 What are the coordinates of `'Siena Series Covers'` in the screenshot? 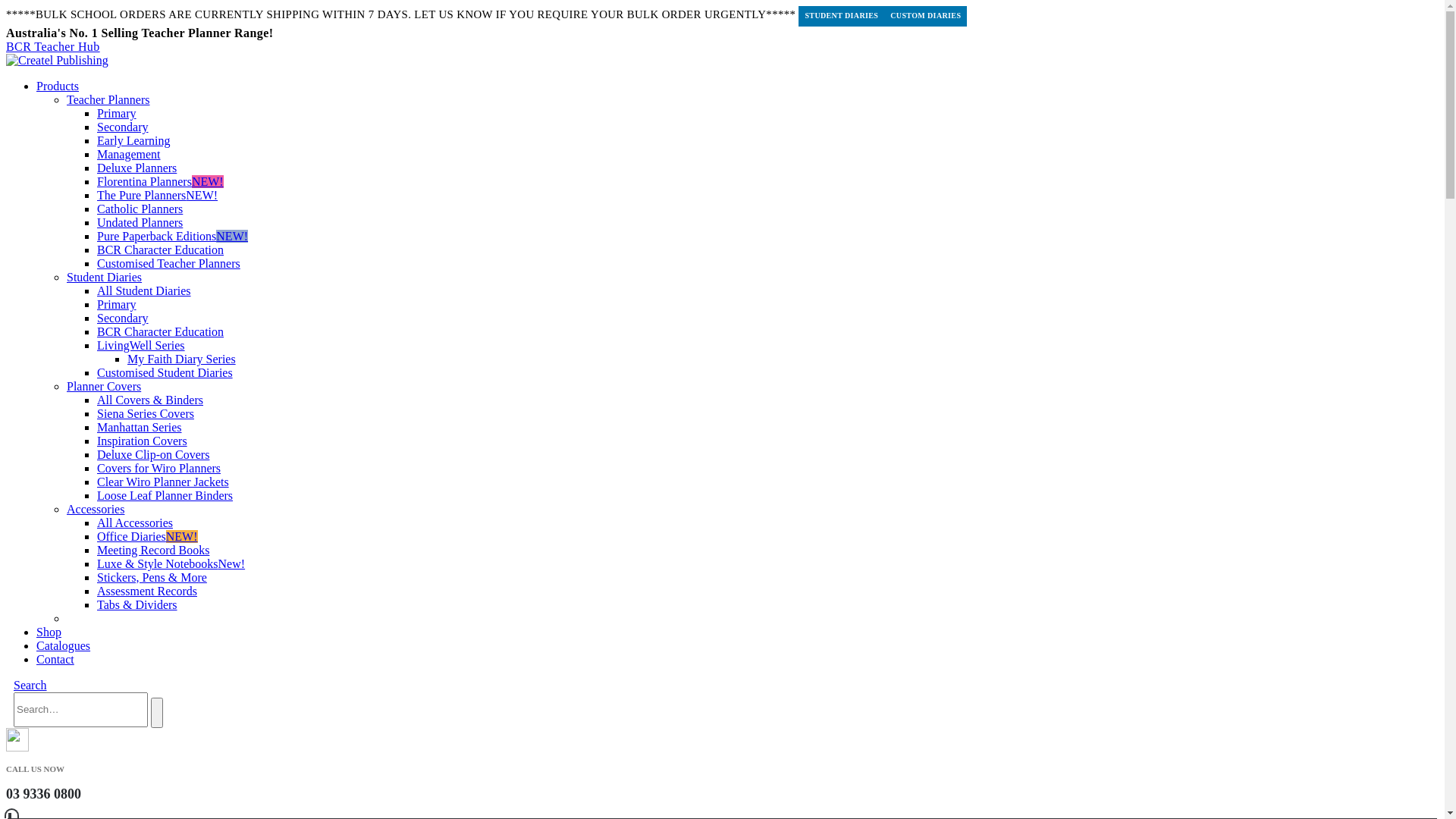 It's located at (146, 413).